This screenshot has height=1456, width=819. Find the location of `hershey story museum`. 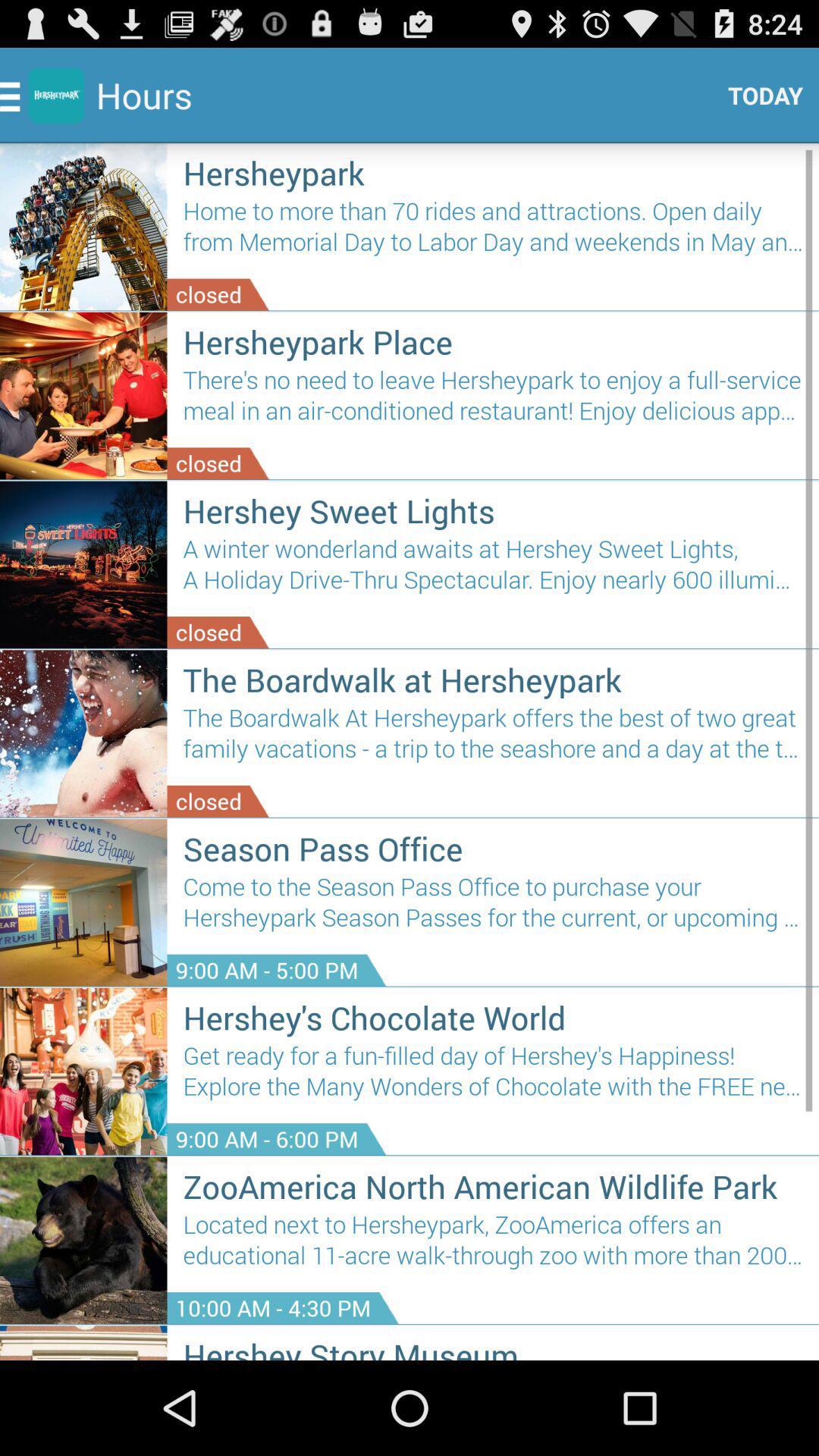

hershey story museum is located at coordinates (493, 1347).